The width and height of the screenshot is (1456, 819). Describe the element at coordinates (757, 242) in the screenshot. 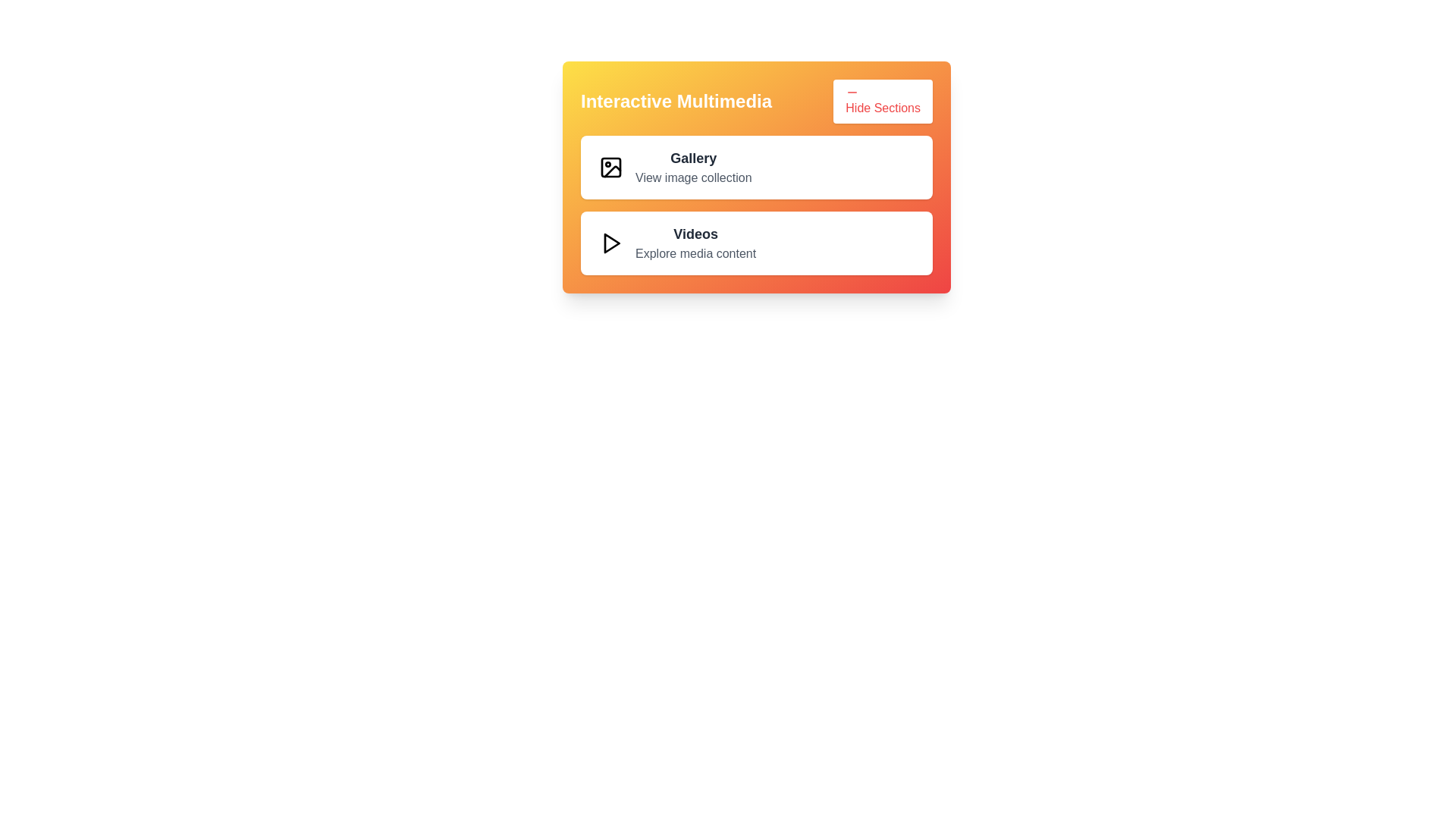

I see `the second media card labeled 'Videos' in the 'Interactive Multimedia' section` at that location.